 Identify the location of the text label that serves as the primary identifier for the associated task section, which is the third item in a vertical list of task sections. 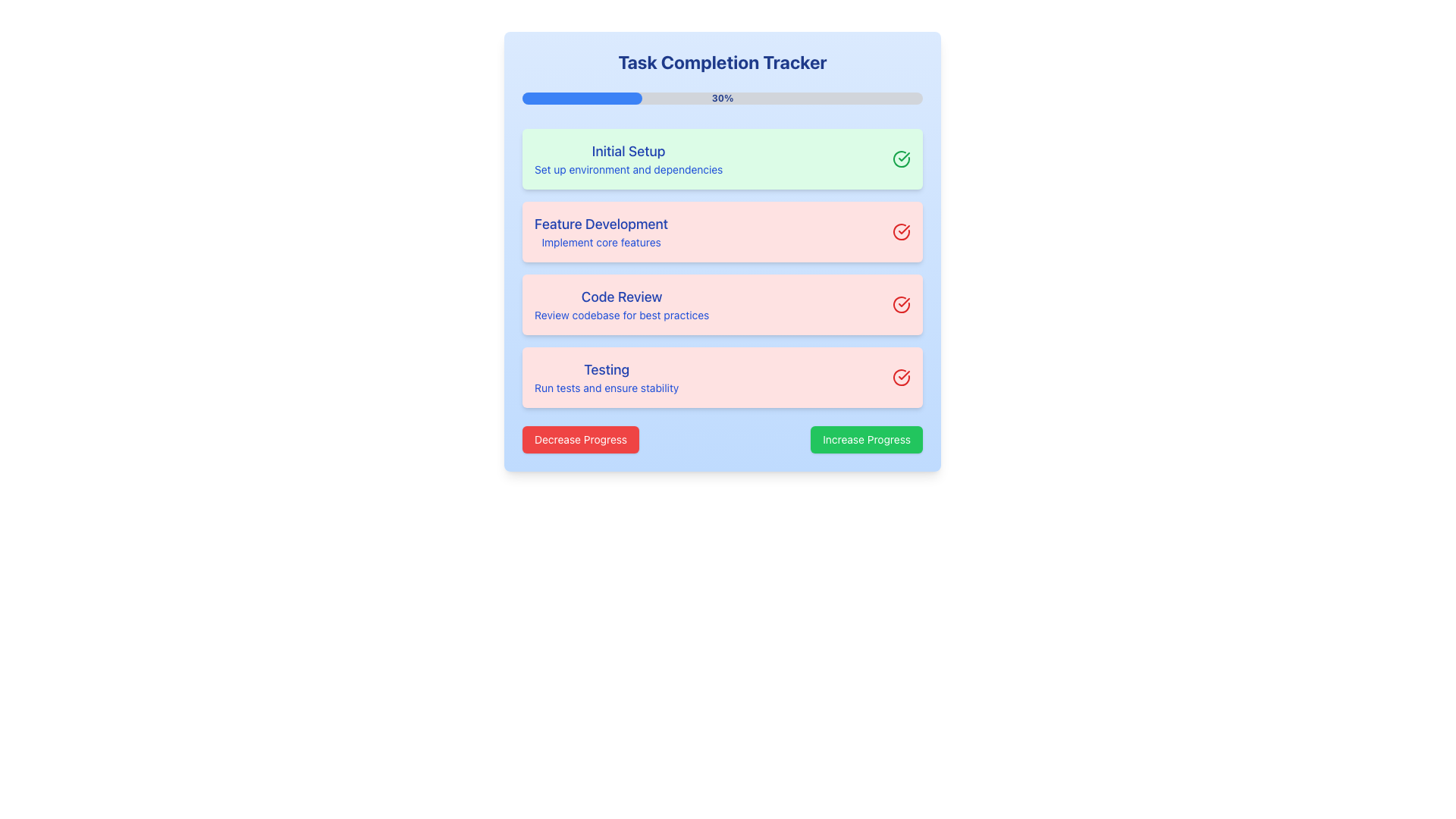
(622, 297).